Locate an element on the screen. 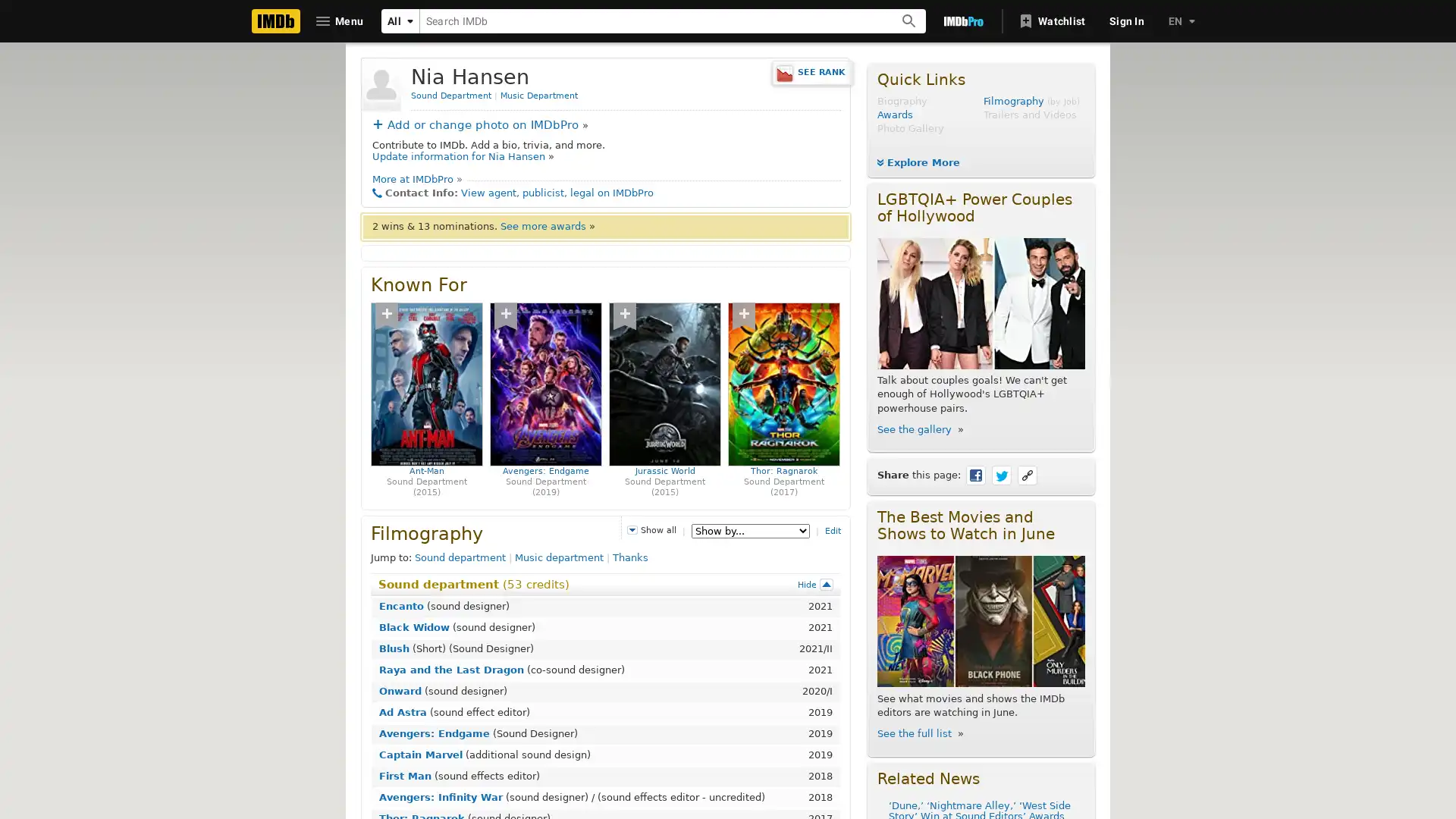 Image resolution: width=1456 pixels, height=819 pixels. Toggle language selector is located at coordinates (1179, 20).